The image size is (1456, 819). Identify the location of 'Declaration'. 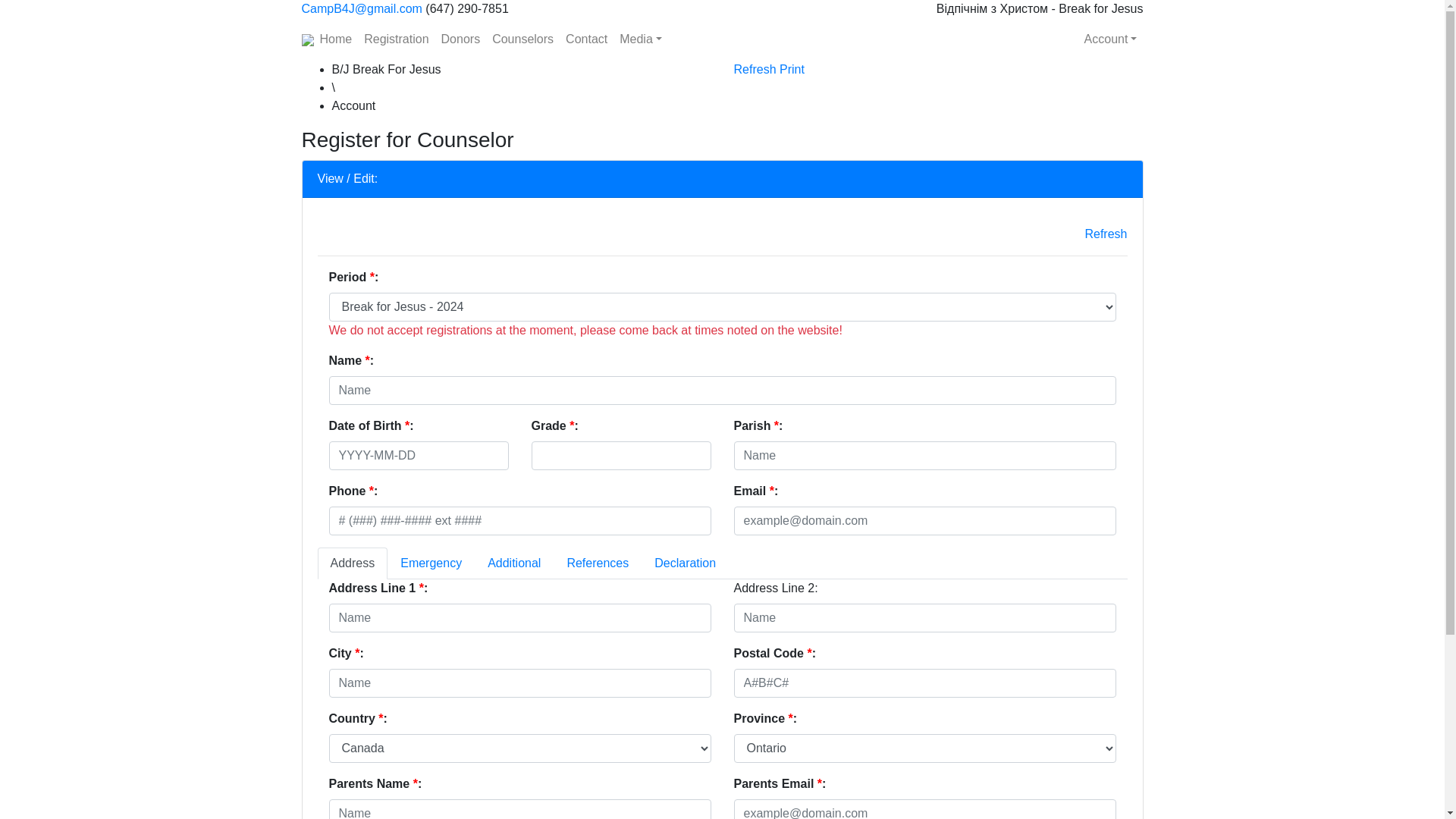
(641, 563).